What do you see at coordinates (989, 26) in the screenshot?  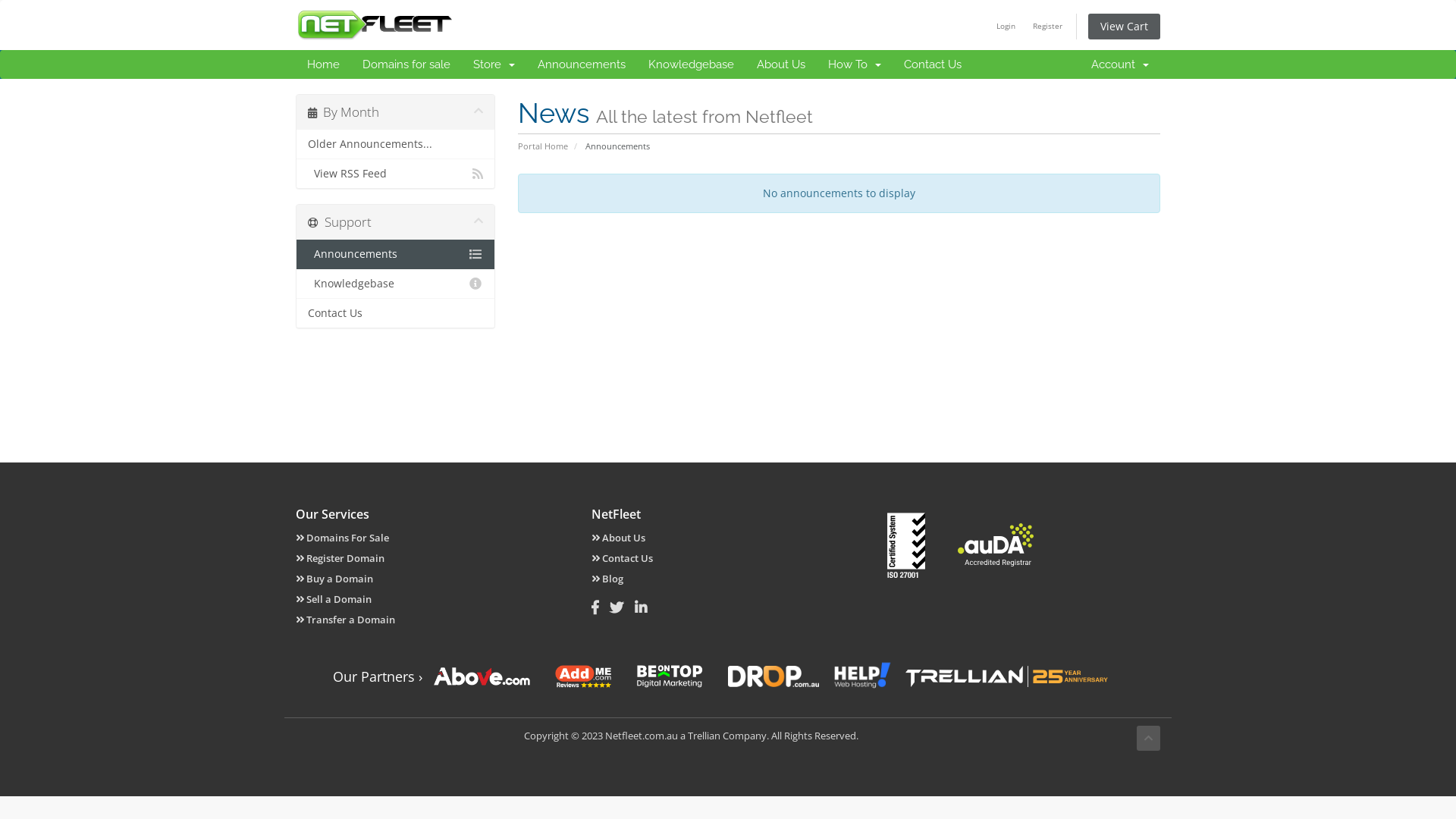 I see `'Login'` at bounding box center [989, 26].